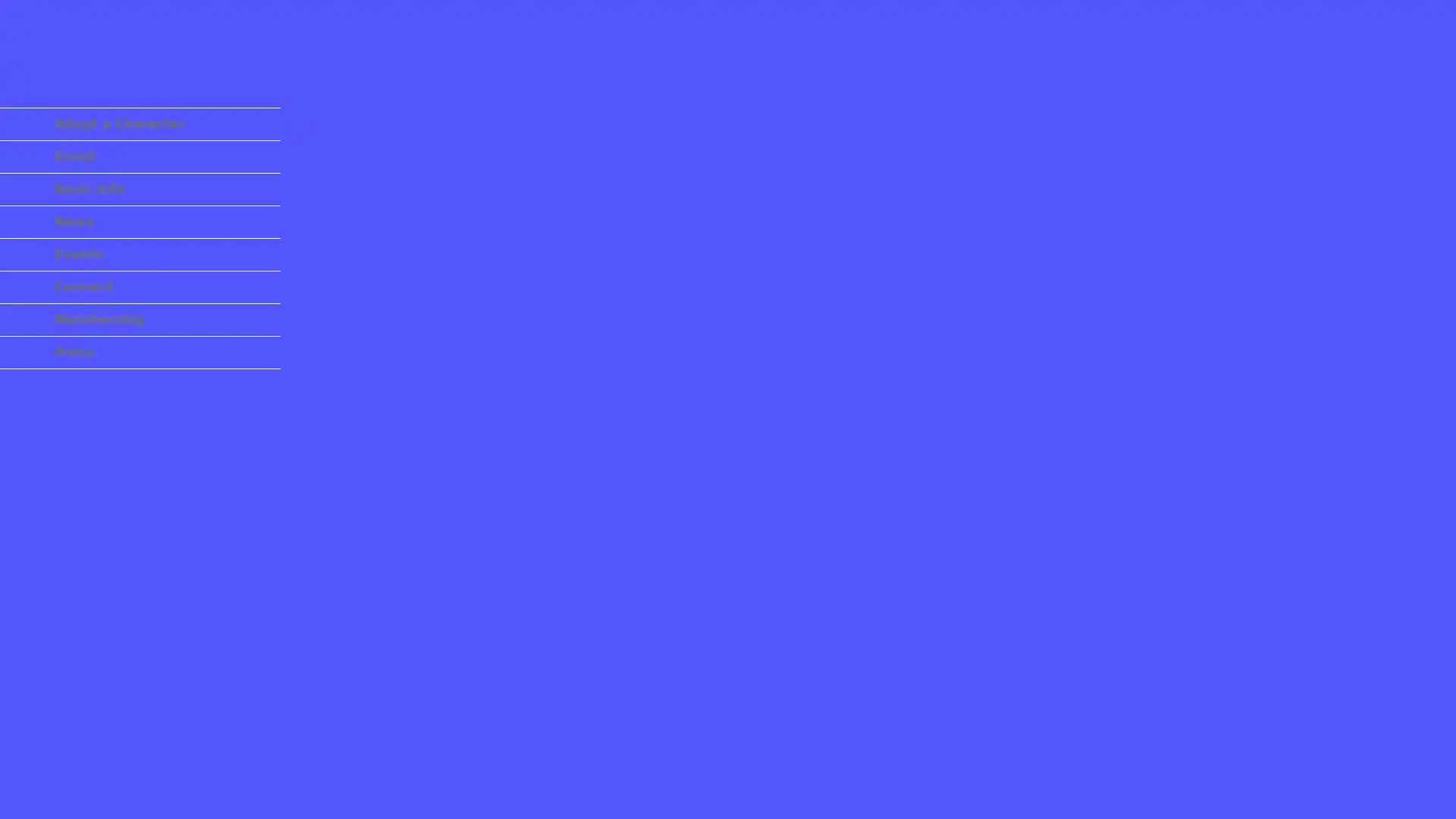 This screenshot has width=1456, height=819. I want to click on U+3003, so click(689, 412).